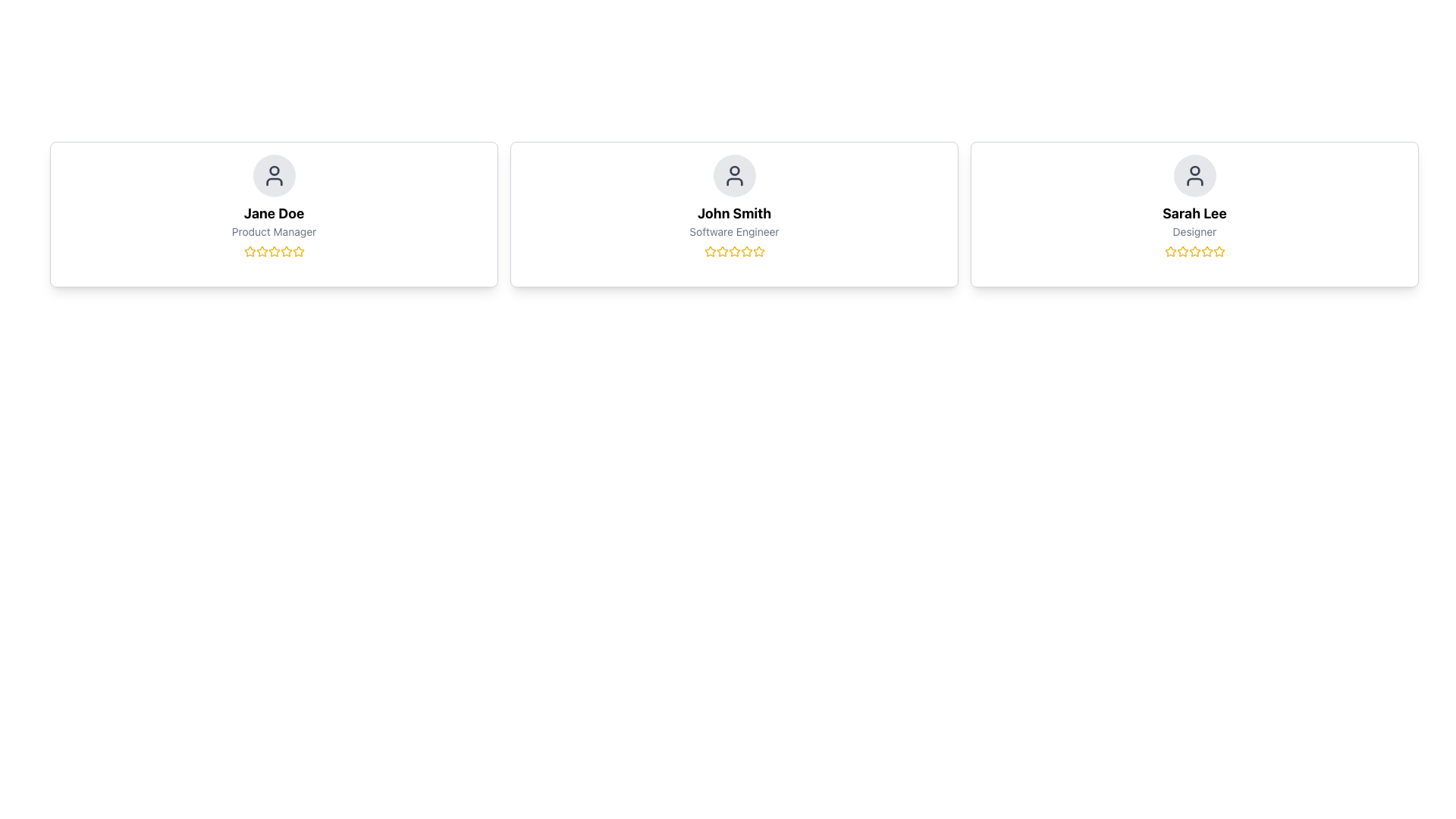 This screenshot has height=819, width=1456. I want to click on the second star in the star rating indicator, so click(274, 250).